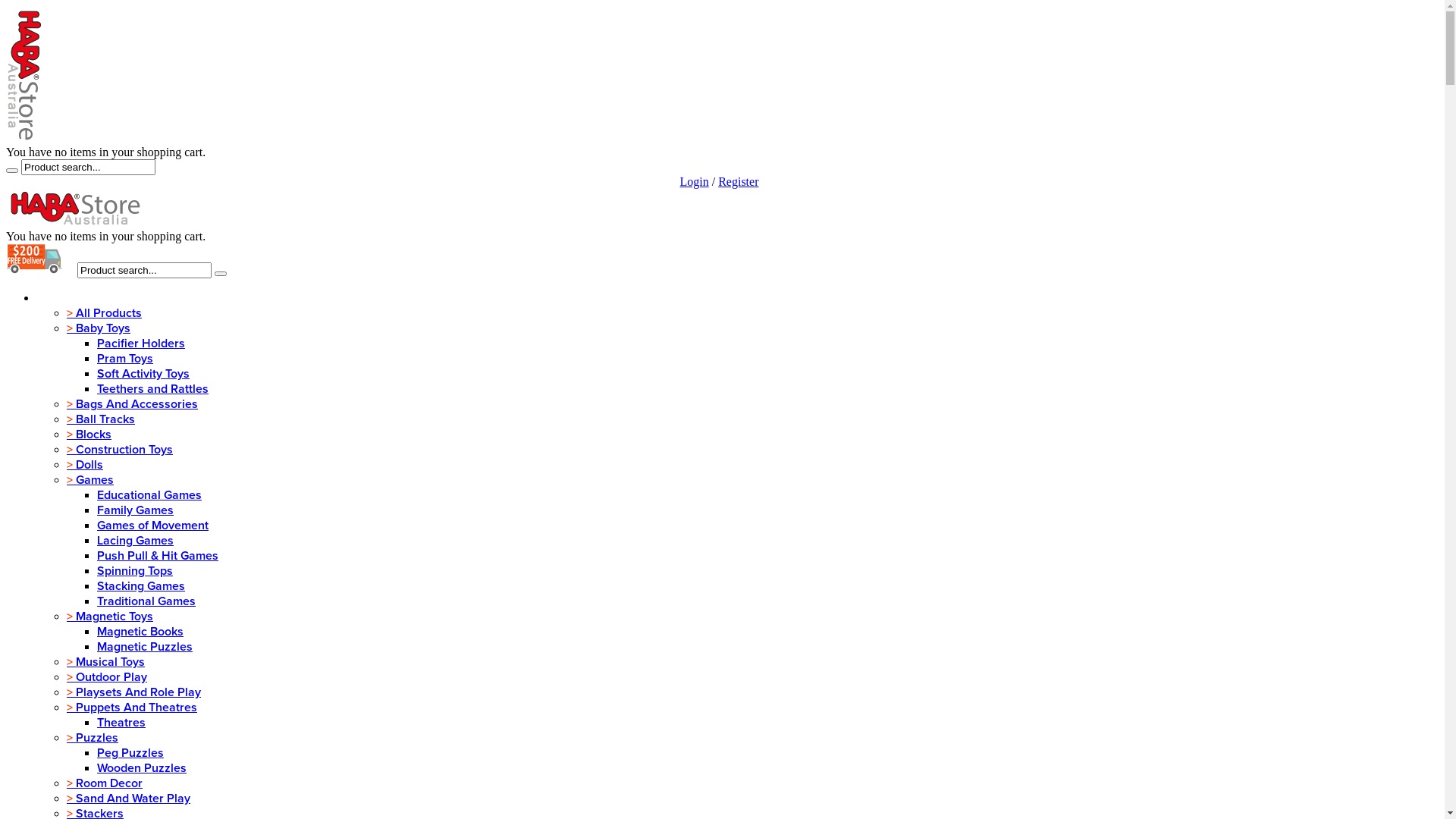 The width and height of the screenshot is (1456, 819). Describe the element at coordinates (103, 312) in the screenshot. I see `'> All Products'` at that location.